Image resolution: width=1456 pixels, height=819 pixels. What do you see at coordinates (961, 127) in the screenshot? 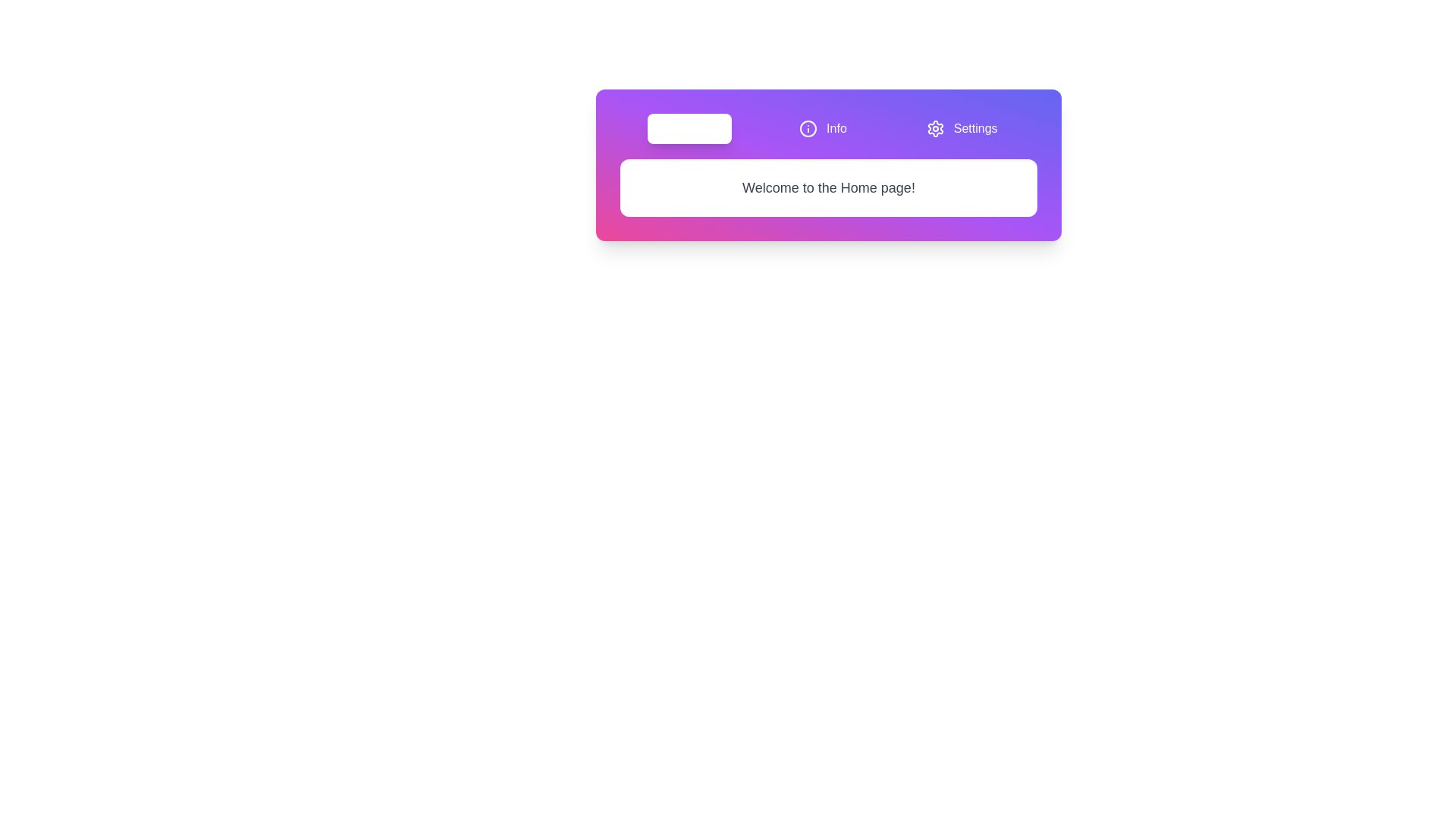
I see `the tab labeled Settings` at bounding box center [961, 127].